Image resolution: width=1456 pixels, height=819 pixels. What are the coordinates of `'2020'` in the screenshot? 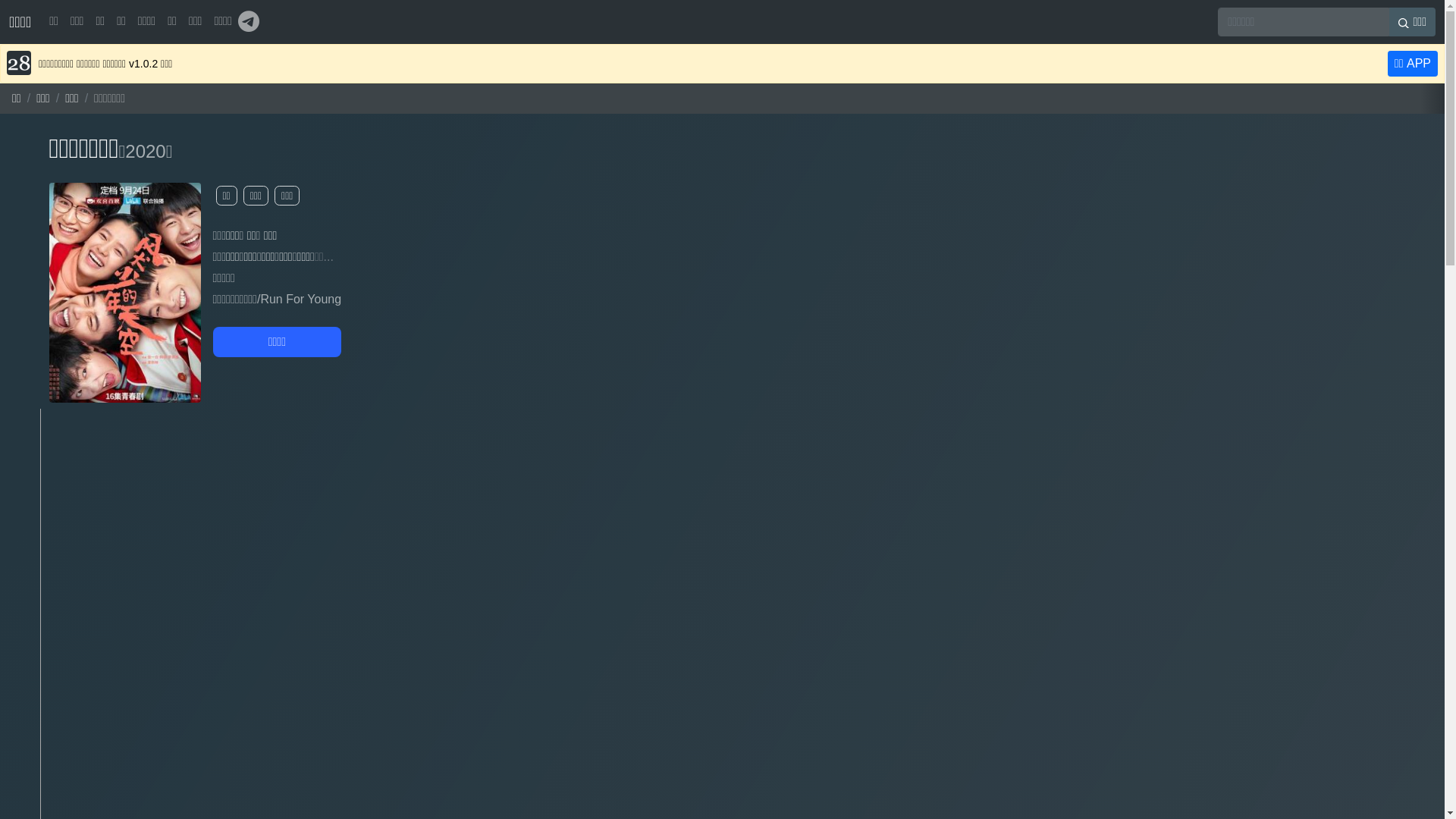 It's located at (124, 151).